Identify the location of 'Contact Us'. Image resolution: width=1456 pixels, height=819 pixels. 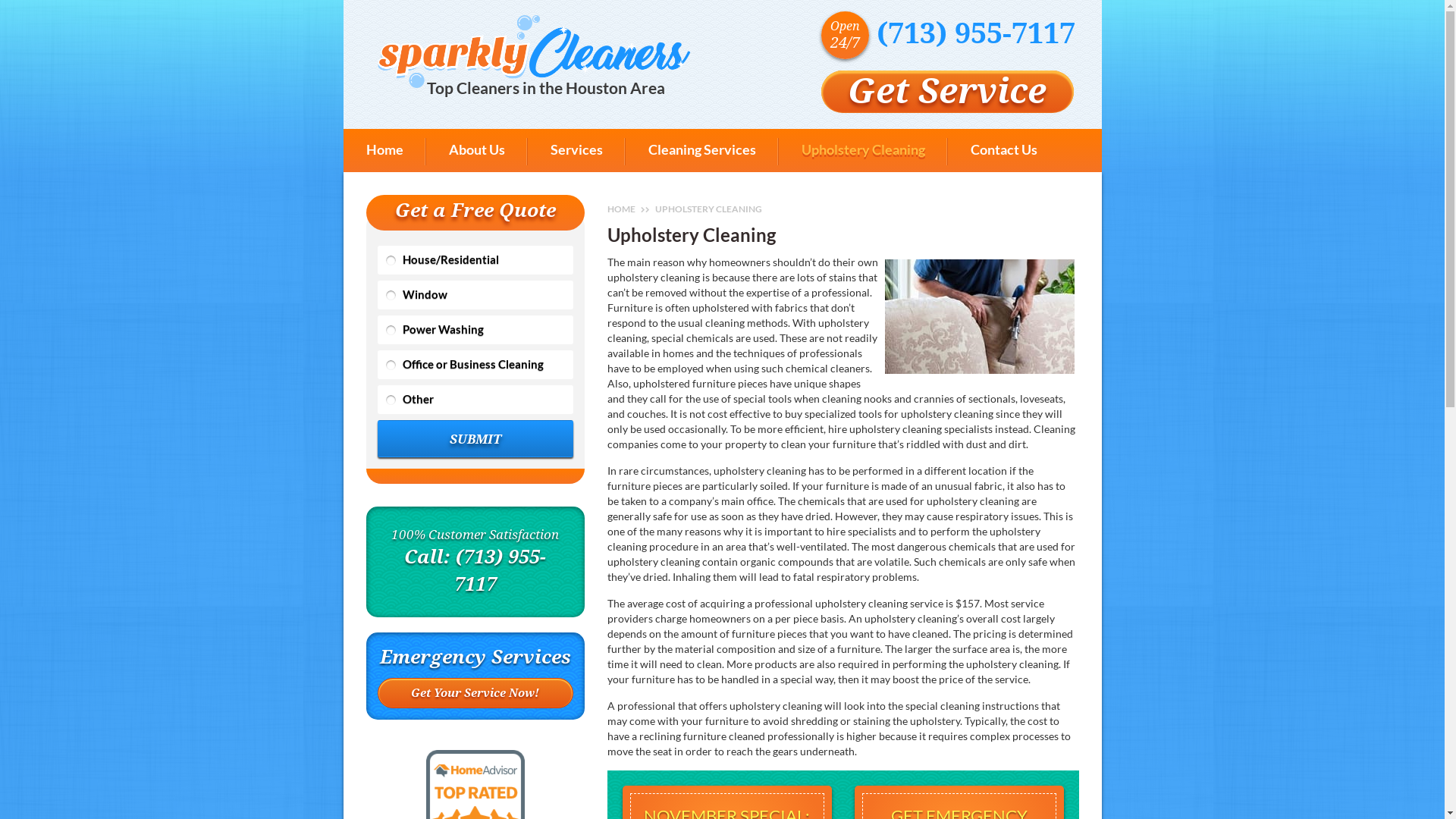
(1004, 149).